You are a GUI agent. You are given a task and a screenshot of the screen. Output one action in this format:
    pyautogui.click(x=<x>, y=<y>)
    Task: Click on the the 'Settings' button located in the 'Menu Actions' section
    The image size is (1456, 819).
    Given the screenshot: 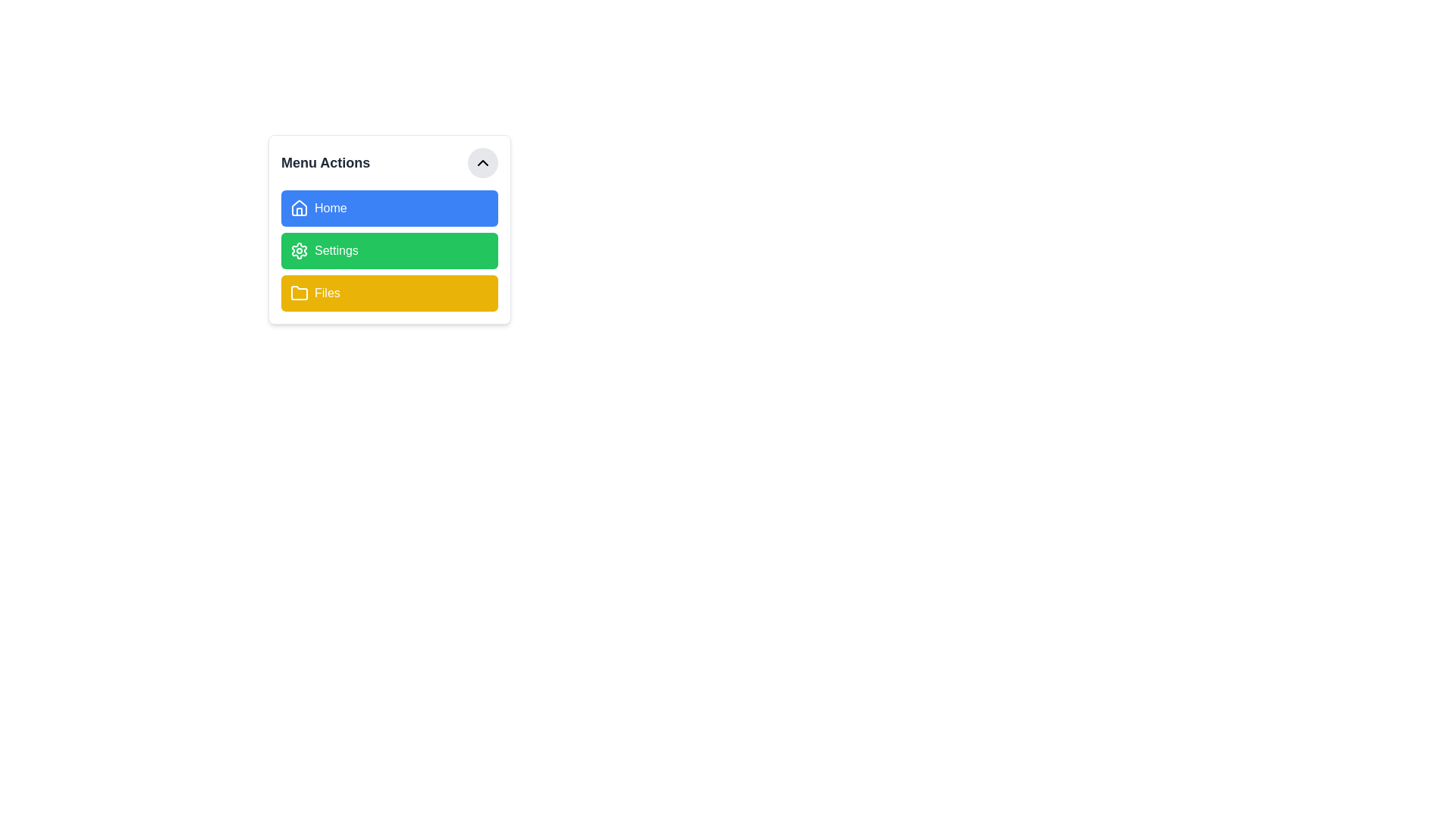 What is the action you would take?
    pyautogui.click(x=389, y=250)
    